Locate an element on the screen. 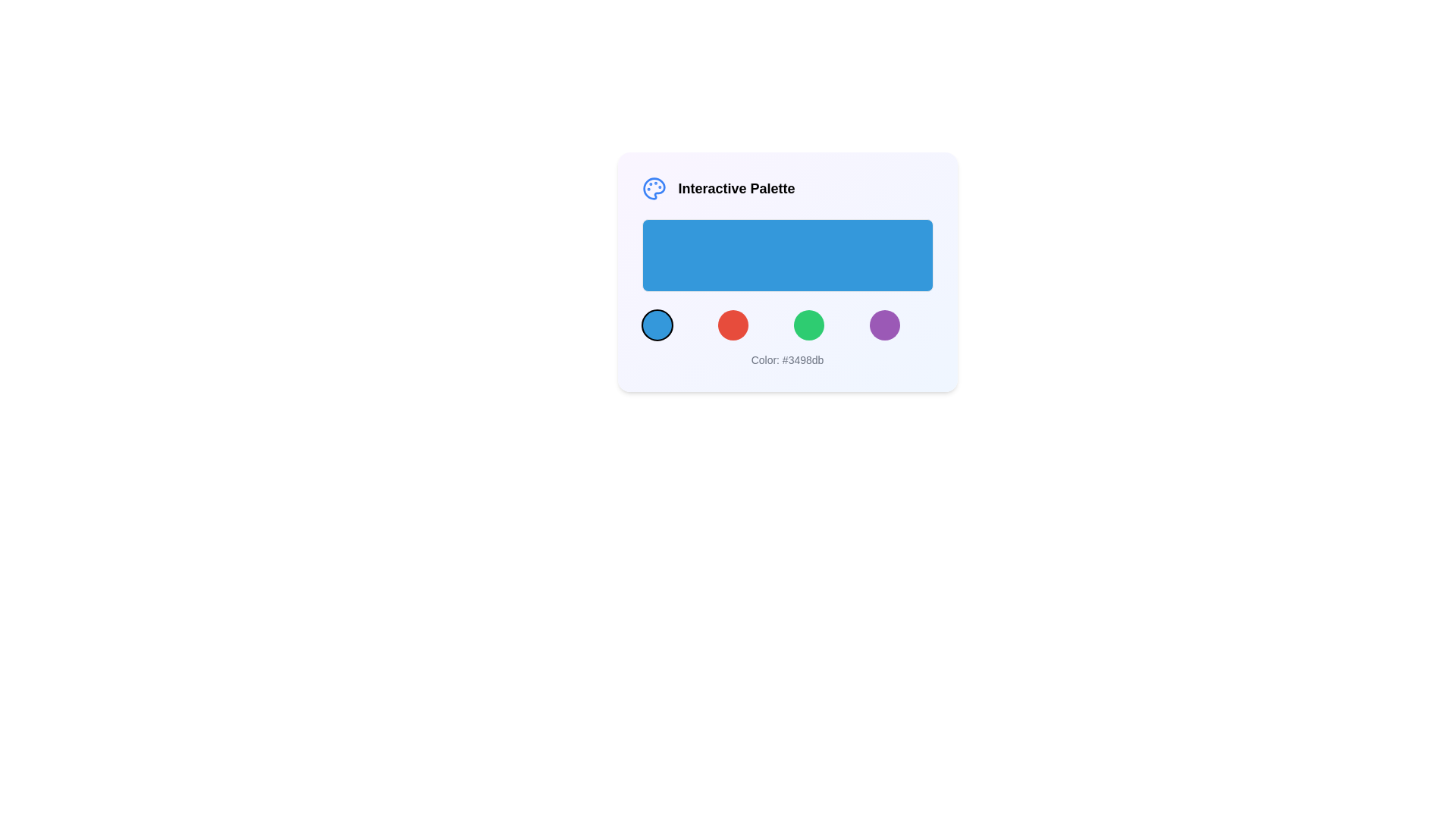 The width and height of the screenshot is (1456, 819). the painter's palette icon located within the 'Interactive Palette' card, which is styled with a blue outline and contains multiple small circular elements is located at coordinates (654, 188).